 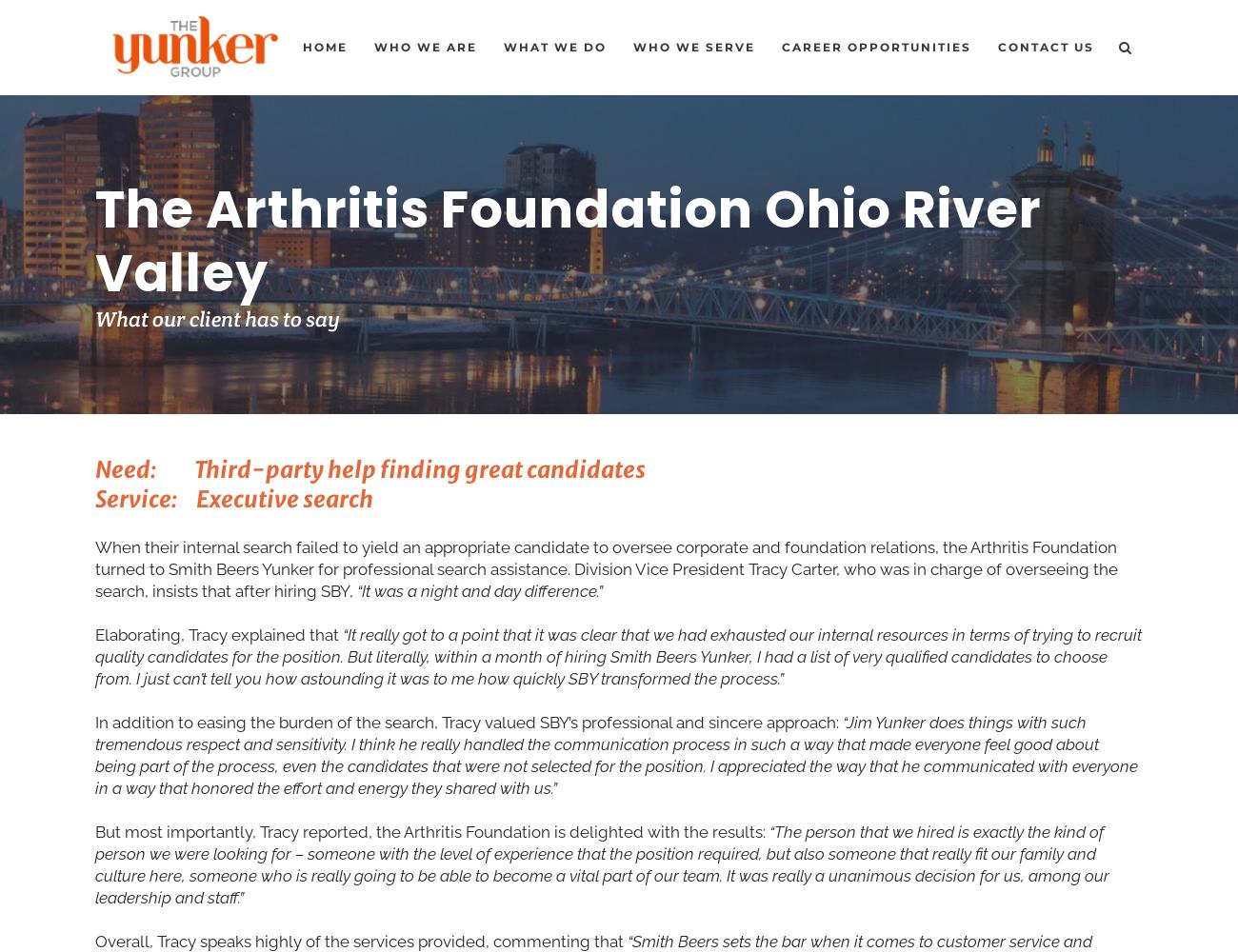 What do you see at coordinates (430, 830) in the screenshot?
I see `'But most importantly, Tracy reported, the Arthritis Foundation is delighted with the results:'` at bounding box center [430, 830].